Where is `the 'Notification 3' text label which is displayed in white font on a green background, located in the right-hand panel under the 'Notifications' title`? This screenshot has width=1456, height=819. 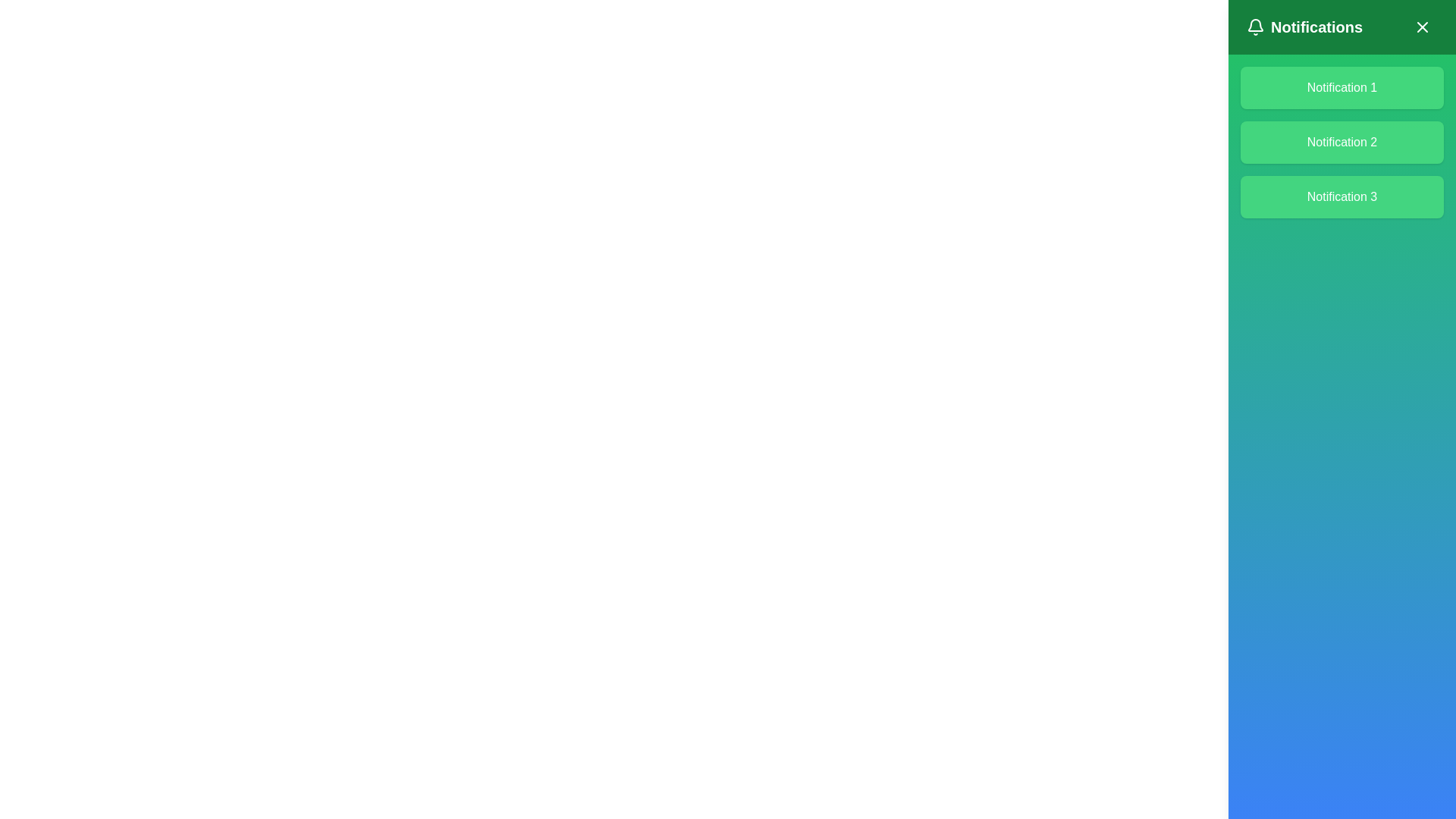 the 'Notification 3' text label which is displayed in white font on a green background, located in the right-hand panel under the 'Notifications' title is located at coordinates (1342, 196).